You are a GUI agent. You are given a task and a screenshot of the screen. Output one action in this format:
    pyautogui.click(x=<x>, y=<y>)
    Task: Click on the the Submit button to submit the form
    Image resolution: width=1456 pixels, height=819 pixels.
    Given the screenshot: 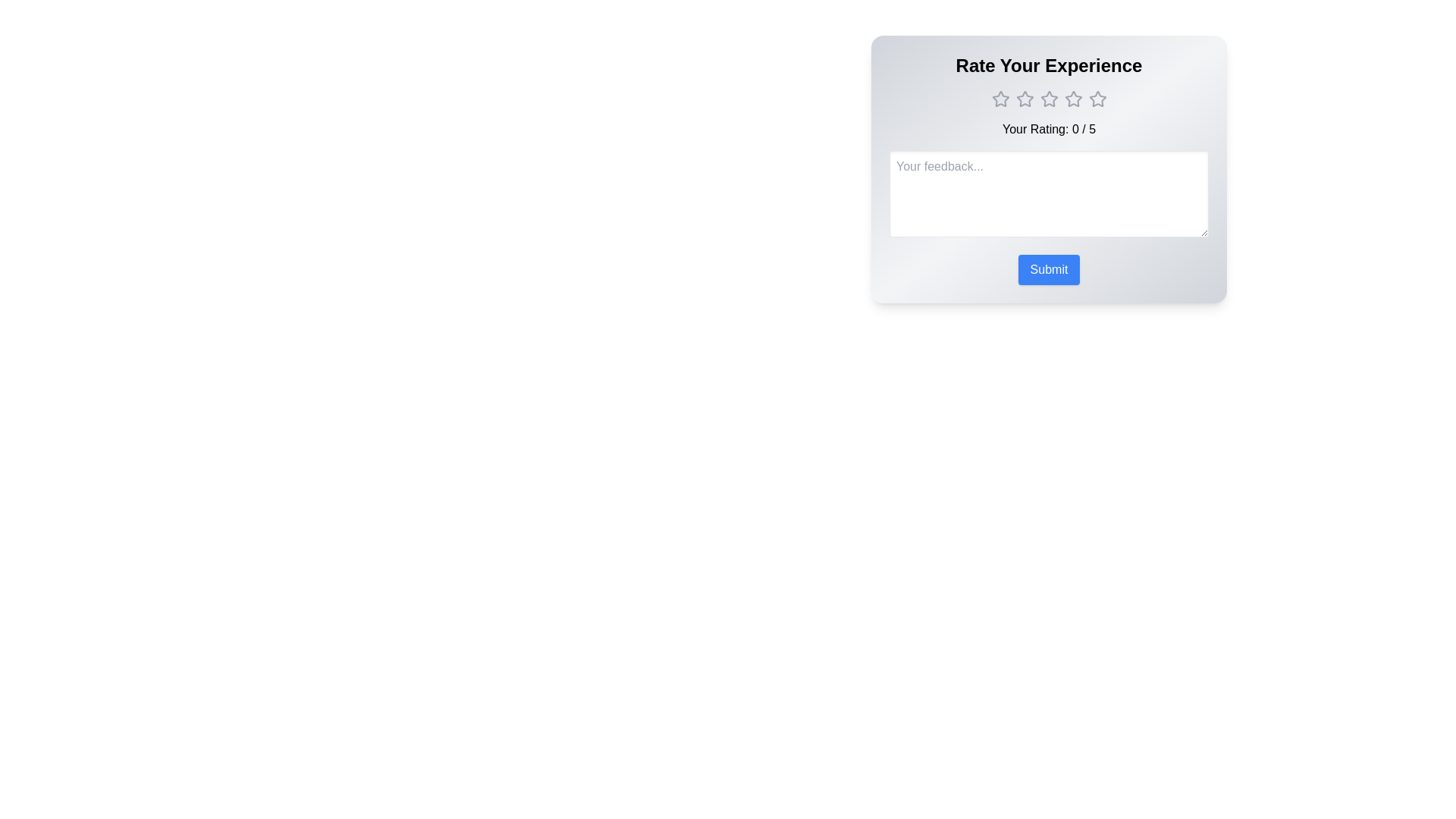 What is the action you would take?
    pyautogui.click(x=1047, y=268)
    